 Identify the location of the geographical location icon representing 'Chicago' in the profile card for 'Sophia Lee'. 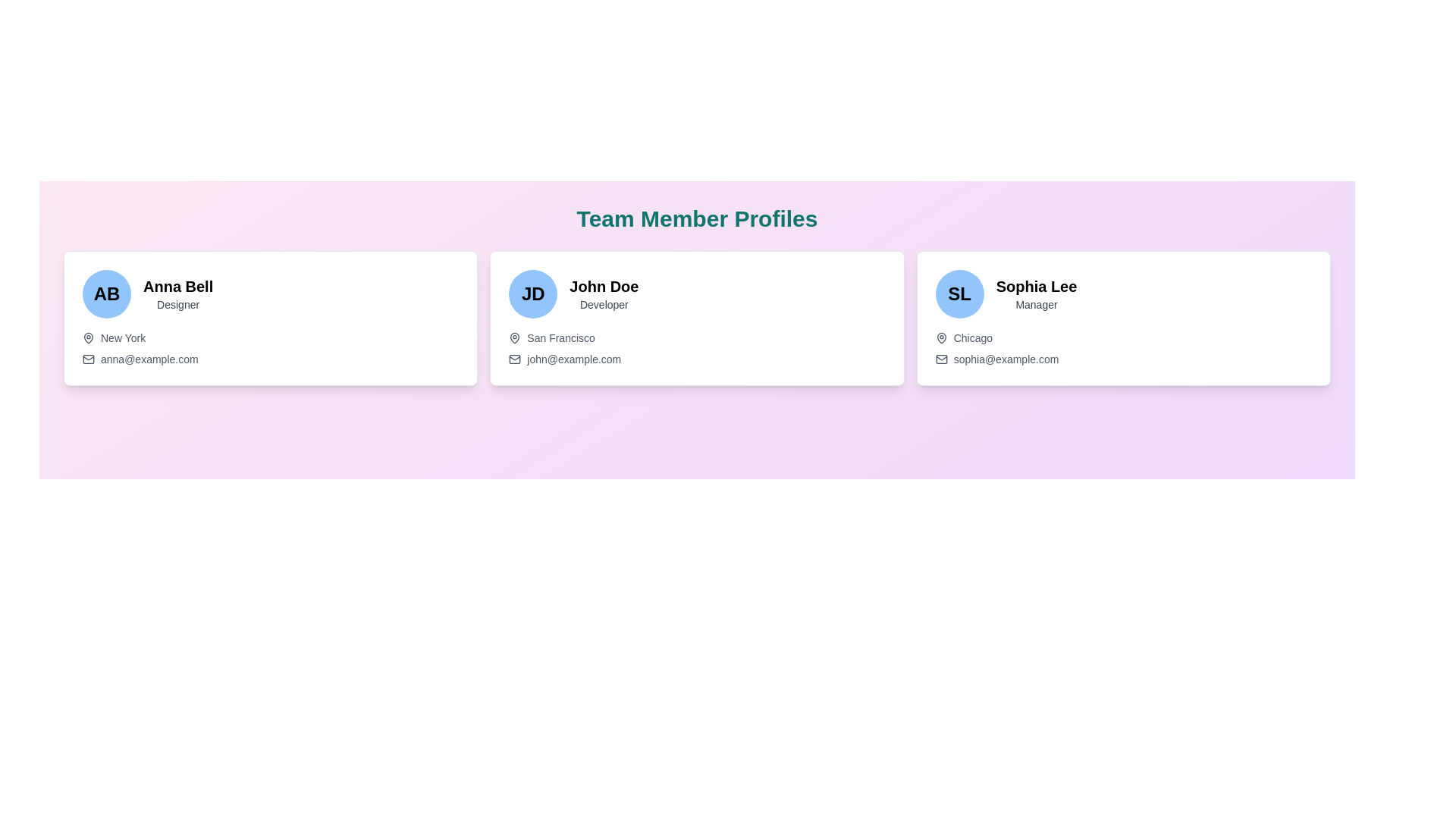
(940, 337).